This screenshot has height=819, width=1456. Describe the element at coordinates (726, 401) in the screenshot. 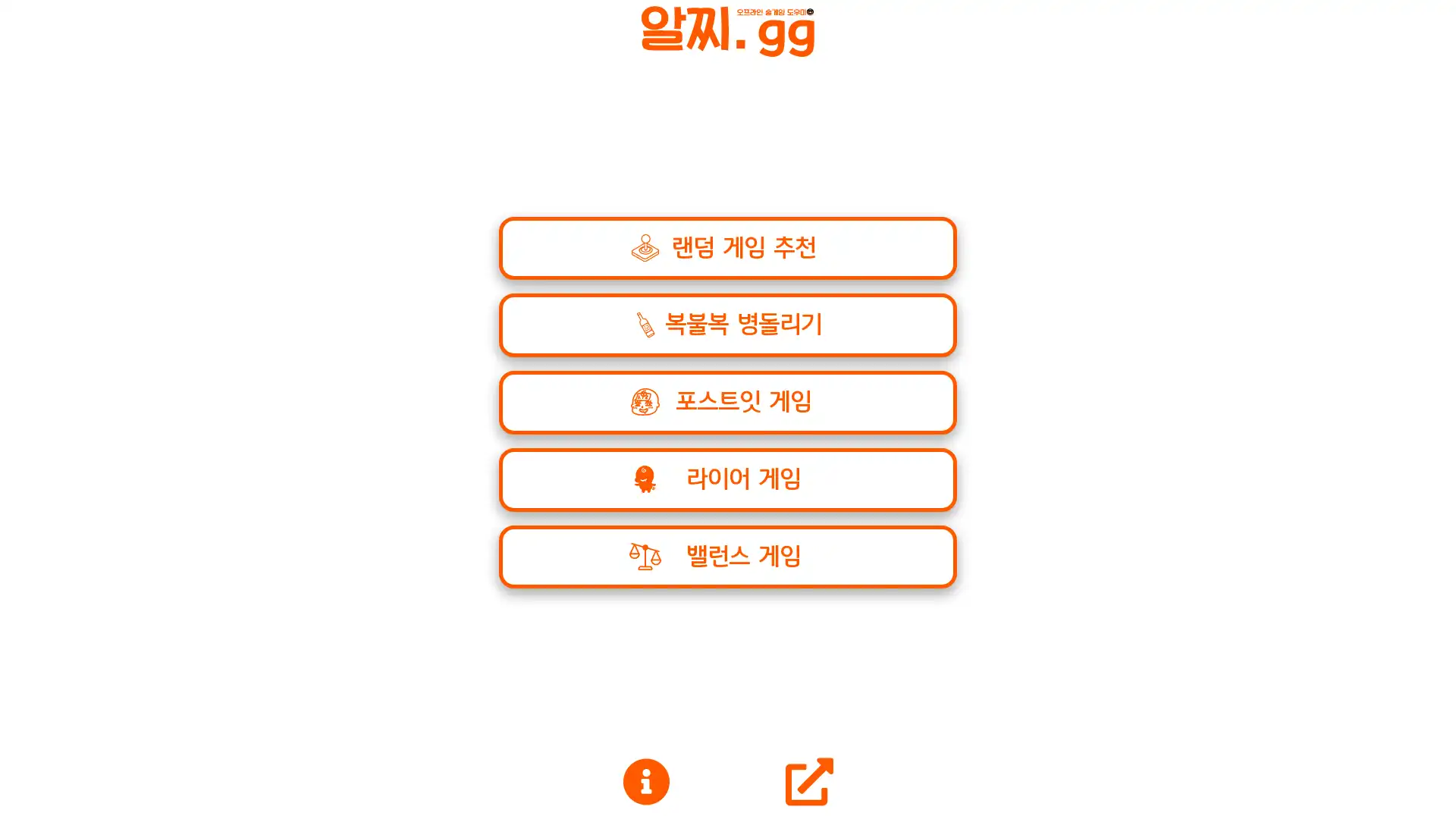

I see `bottle` at that location.